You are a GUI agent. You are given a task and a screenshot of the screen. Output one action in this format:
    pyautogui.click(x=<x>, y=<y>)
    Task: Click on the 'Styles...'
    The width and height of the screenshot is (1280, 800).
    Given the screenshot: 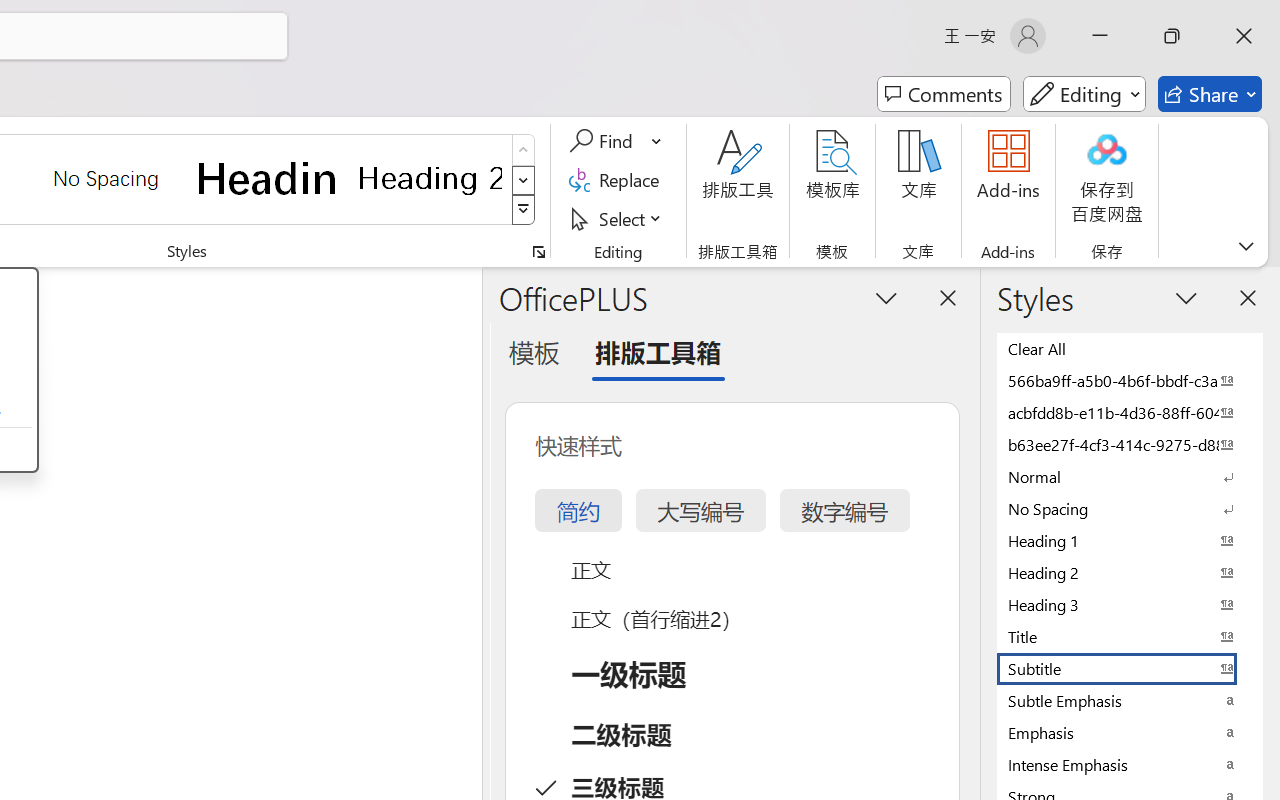 What is the action you would take?
    pyautogui.click(x=538, y=251)
    